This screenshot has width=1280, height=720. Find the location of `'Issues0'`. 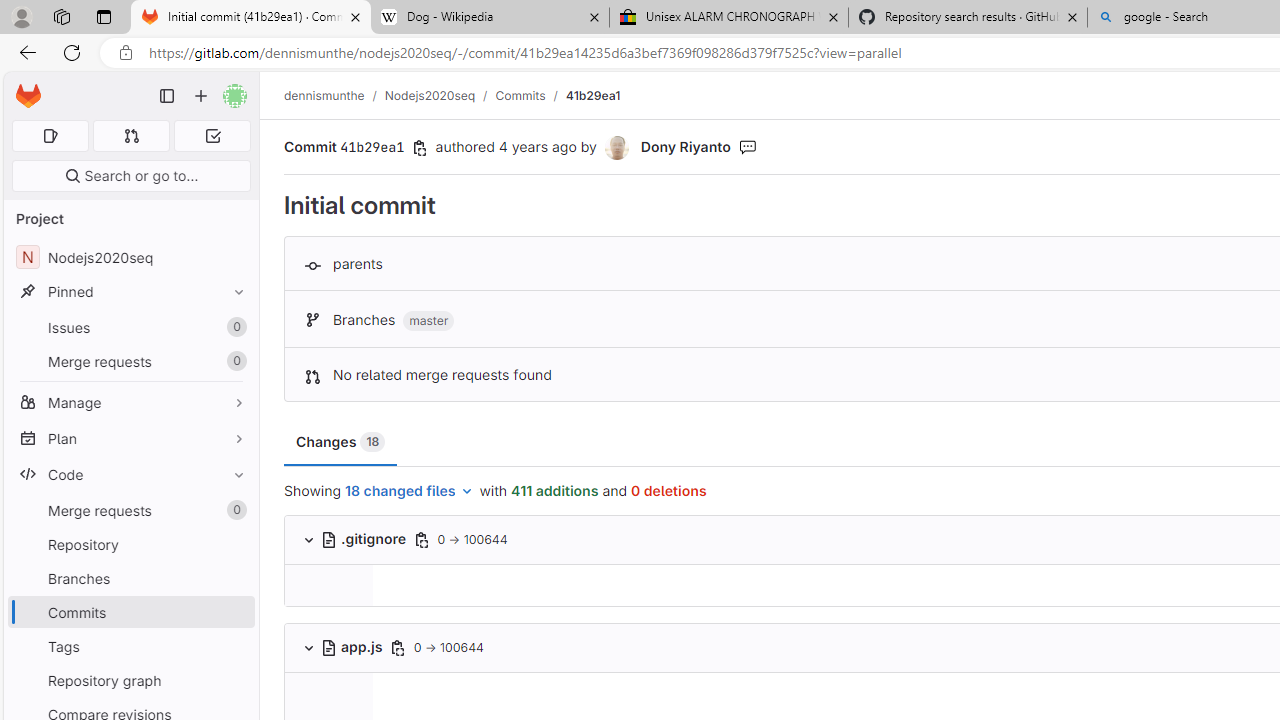

'Issues0' is located at coordinates (130, 326).